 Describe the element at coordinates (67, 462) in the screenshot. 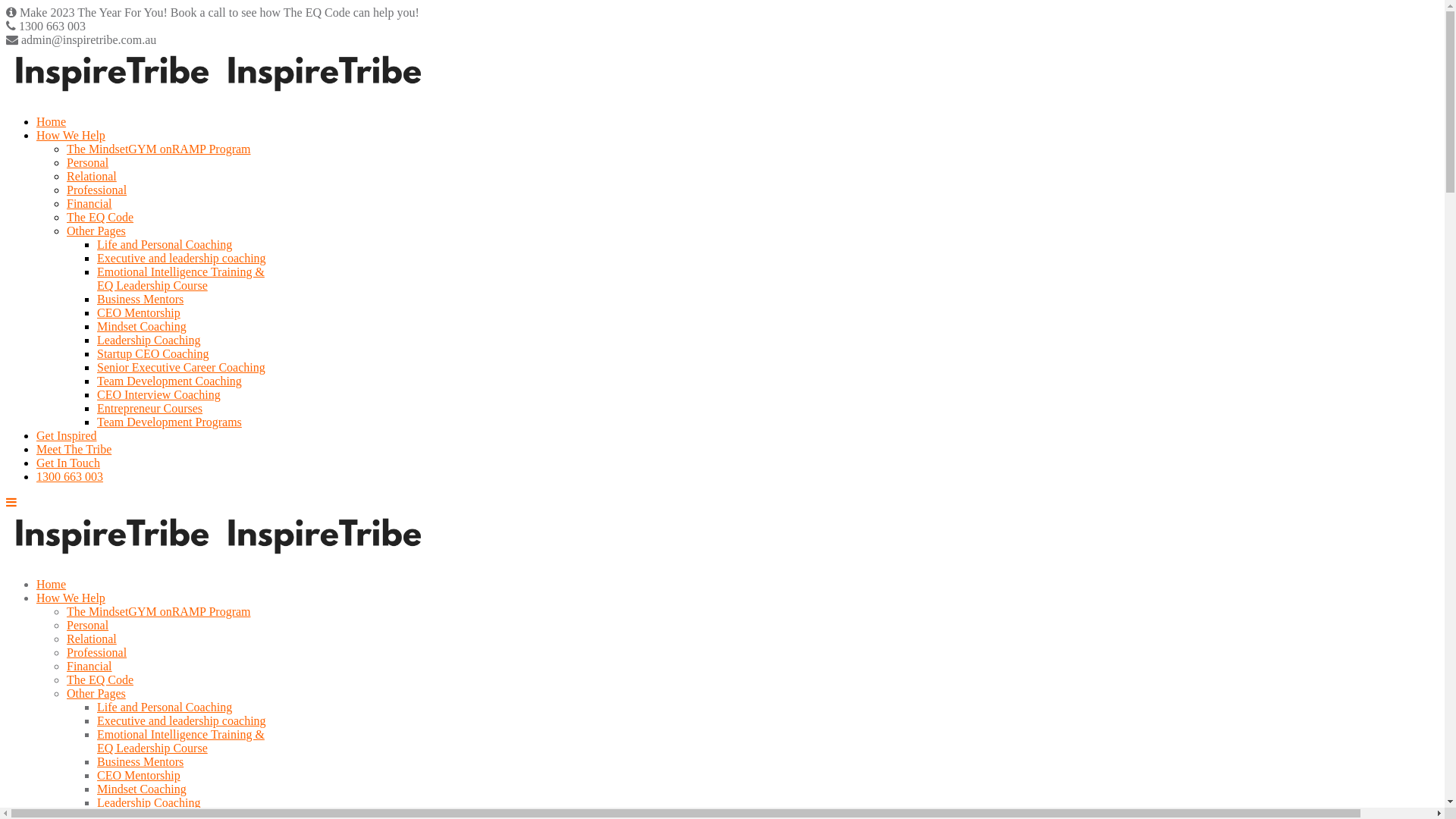

I see `'Get In Touch'` at that location.